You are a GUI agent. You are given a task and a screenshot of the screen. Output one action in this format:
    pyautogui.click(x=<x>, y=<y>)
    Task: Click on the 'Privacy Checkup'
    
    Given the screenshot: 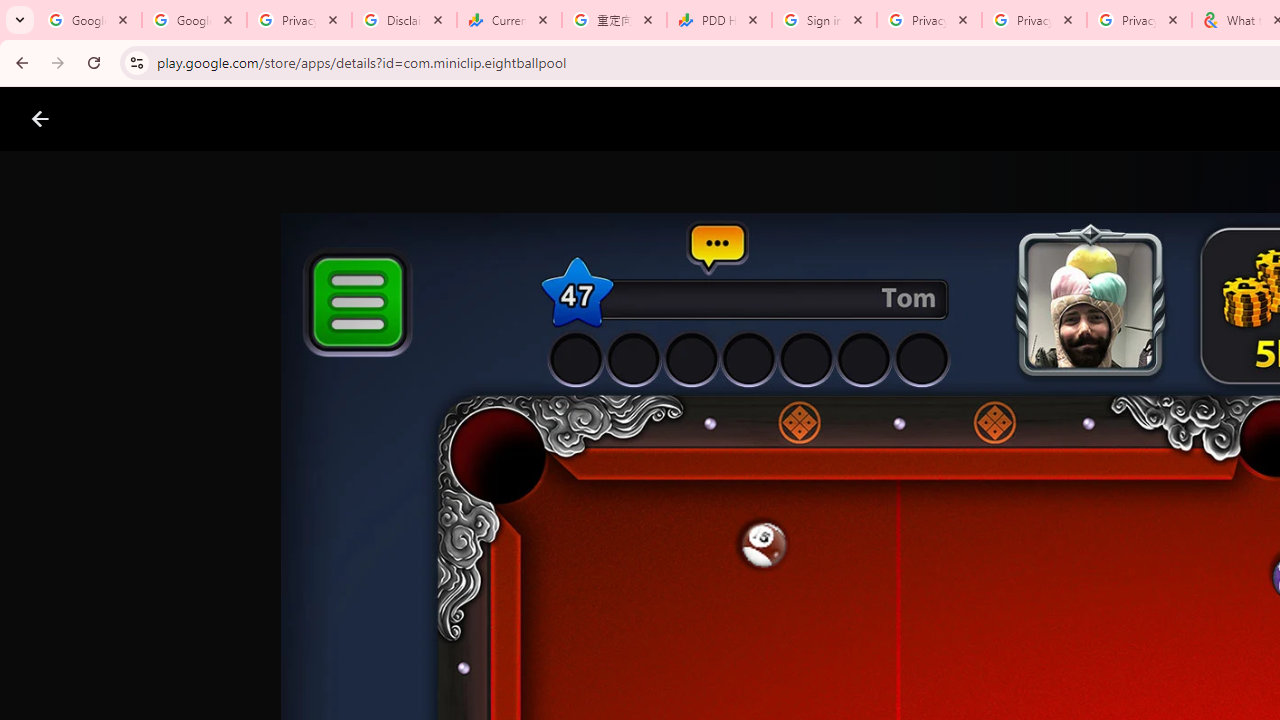 What is the action you would take?
    pyautogui.click(x=1034, y=20)
    